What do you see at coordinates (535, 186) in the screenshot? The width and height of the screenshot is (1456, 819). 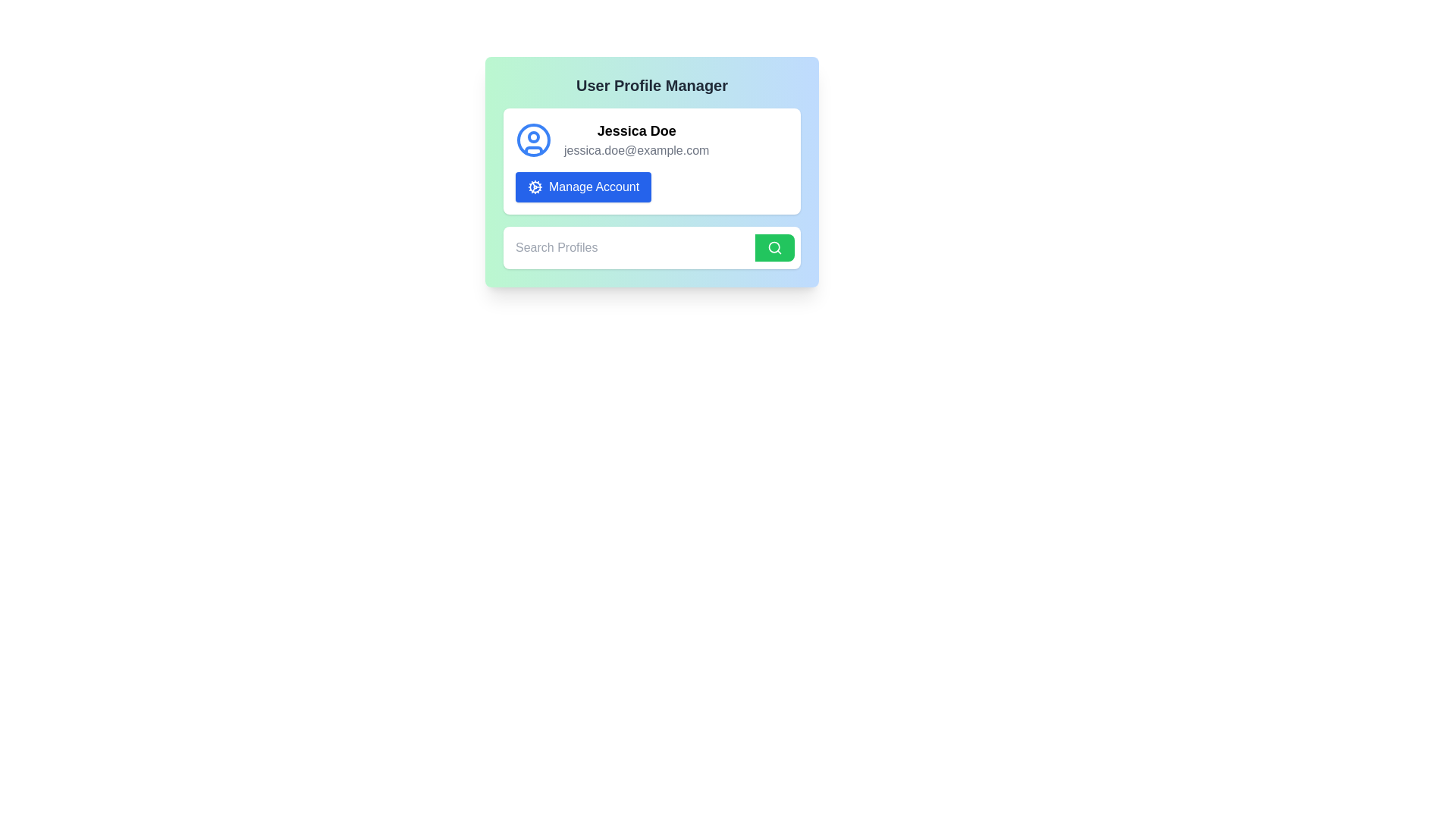 I see `circular shape at the center of the cog icon under 'User Profile Manager' in the upper section of the interface card` at bounding box center [535, 186].